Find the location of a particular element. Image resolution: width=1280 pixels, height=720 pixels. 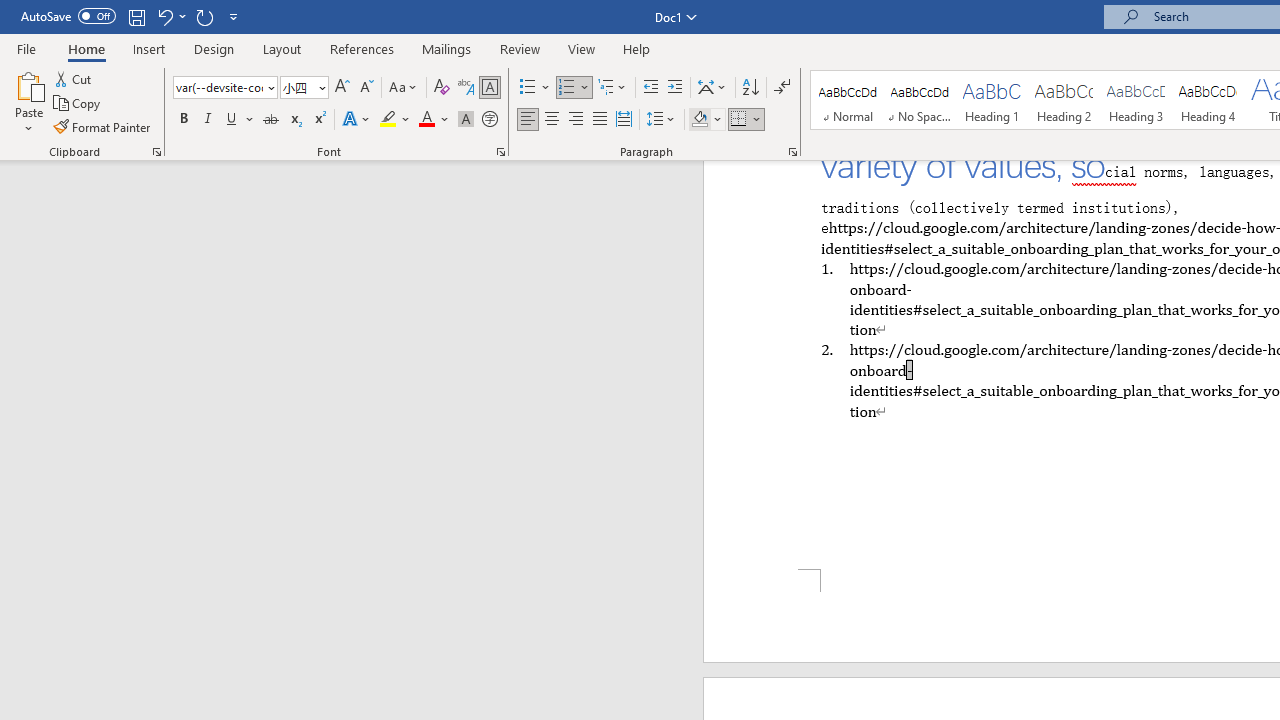

'Character Shading' is located at coordinates (464, 119).